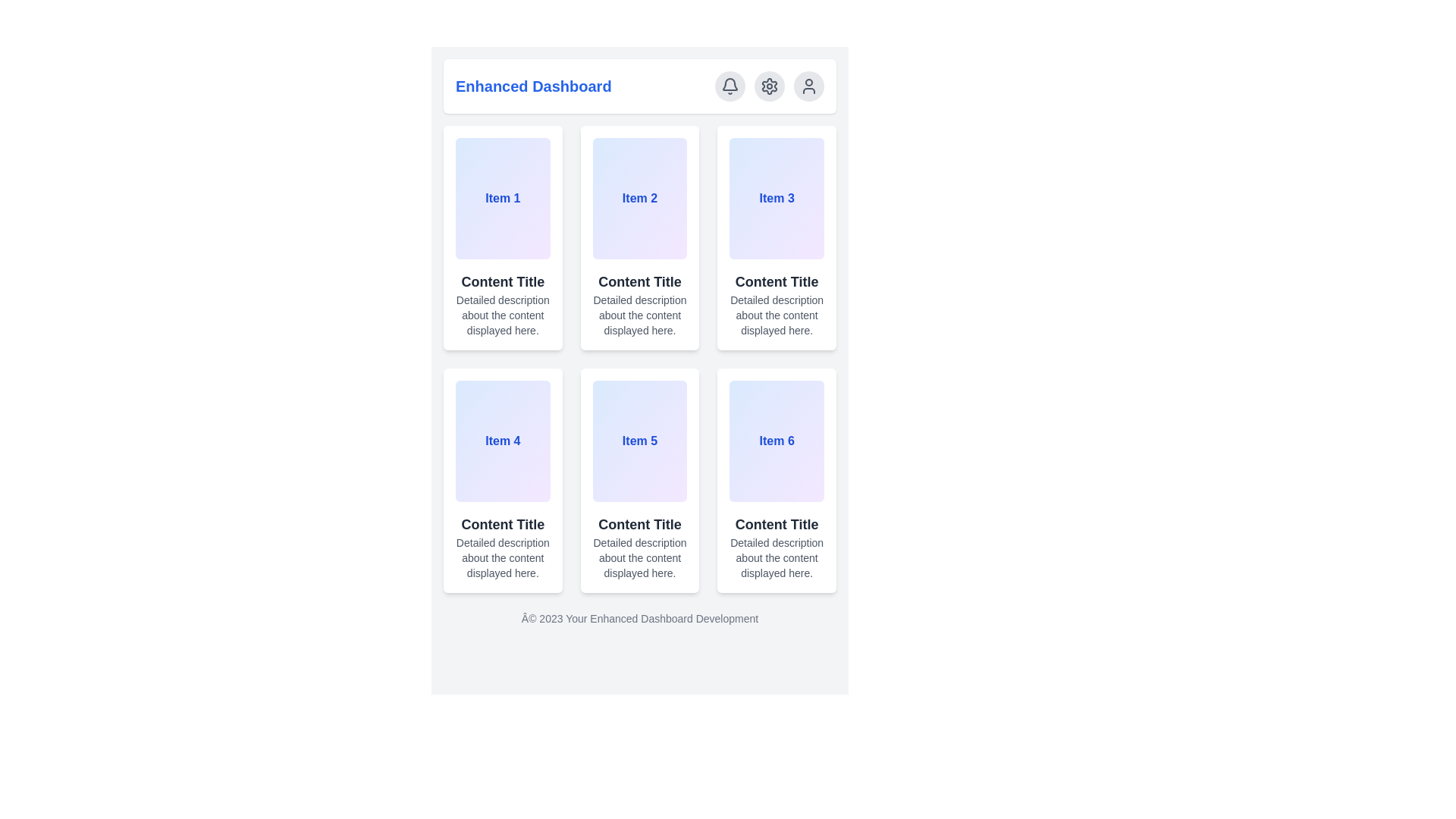 The width and height of the screenshot is (1456, 819). I want to click on the text label that serves as the title for the card 'Item 6', positioned in the bottom-right corner of the grid layout, centrally aligned within its card, so click(777, 523).